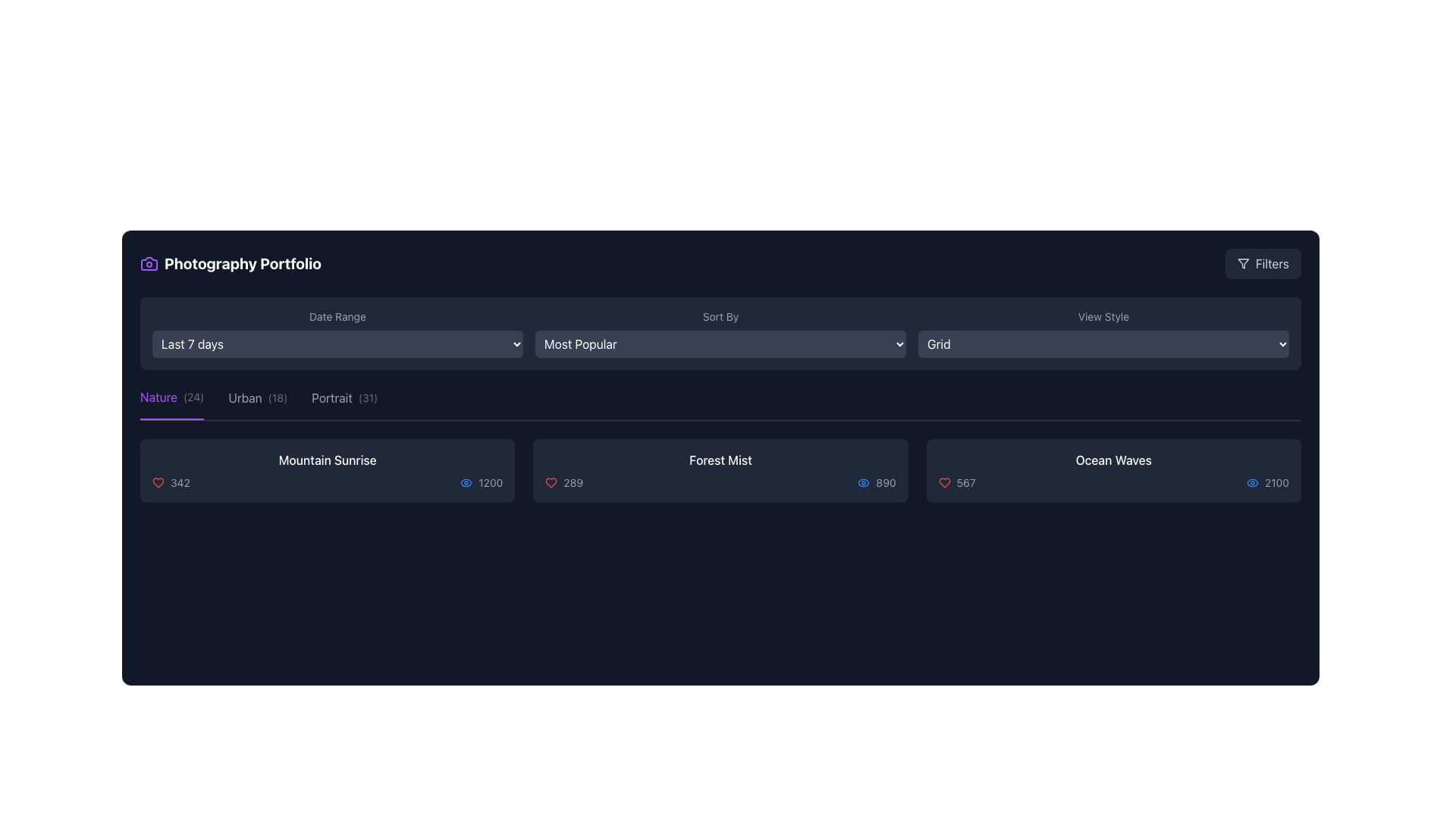  What do you see at coordinates (563, 482) in the screenshot?
I see `numerical counter text '289' displayed next to the red heart icon, located in the left part of the middle row under the title 'Forest Mist'` at bounding box center [563, 482].